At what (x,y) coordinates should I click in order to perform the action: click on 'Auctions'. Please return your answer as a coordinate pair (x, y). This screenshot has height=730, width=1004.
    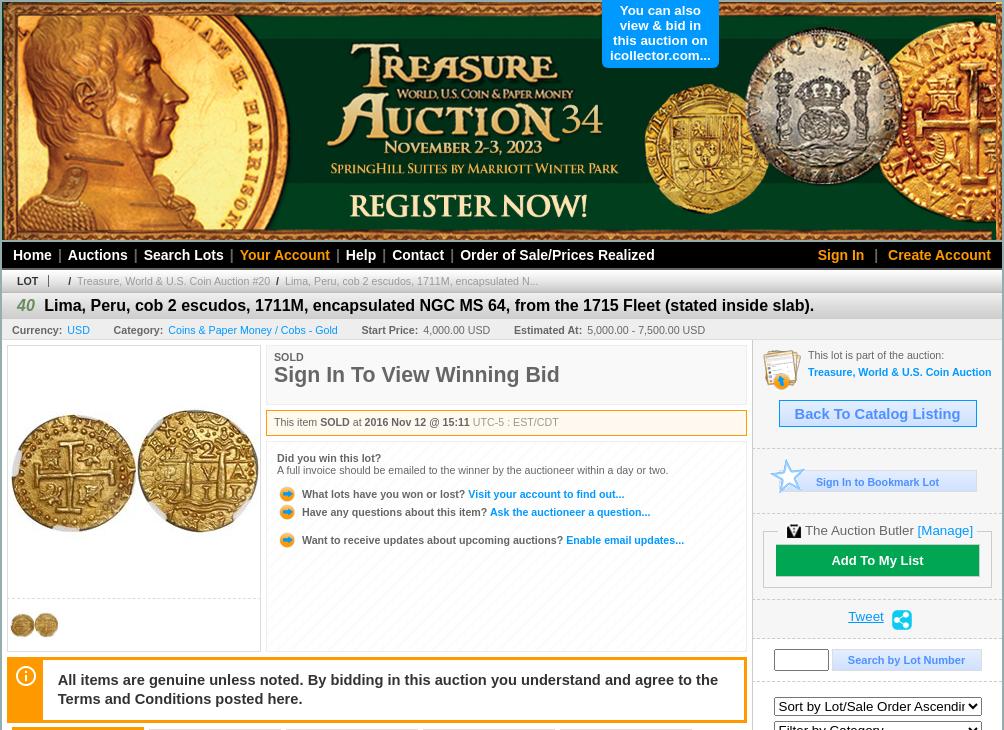
    Looking at the image, I should click on (96, 254).